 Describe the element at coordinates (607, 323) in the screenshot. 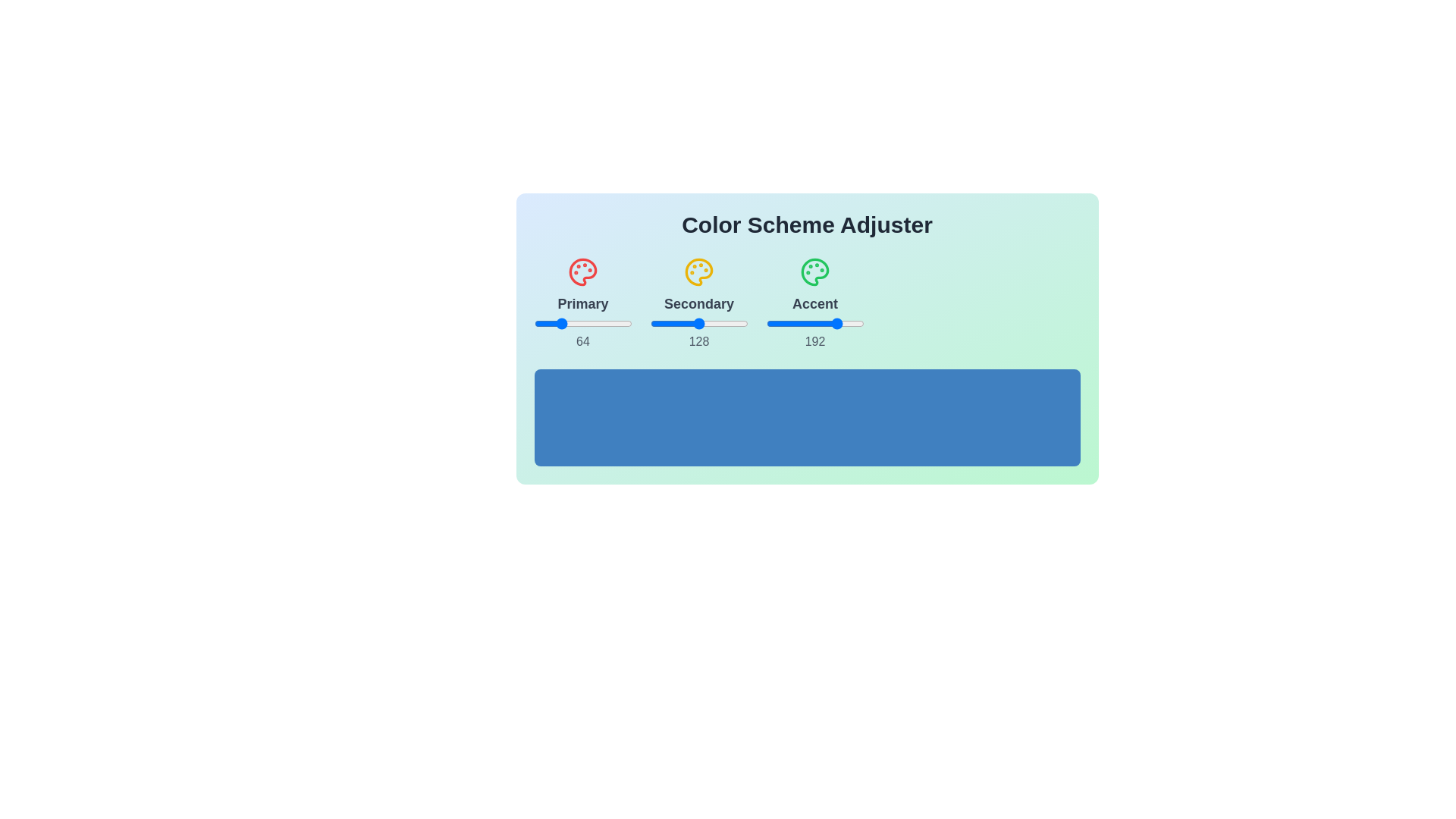

I see `the 0 slider to 62` at that location.